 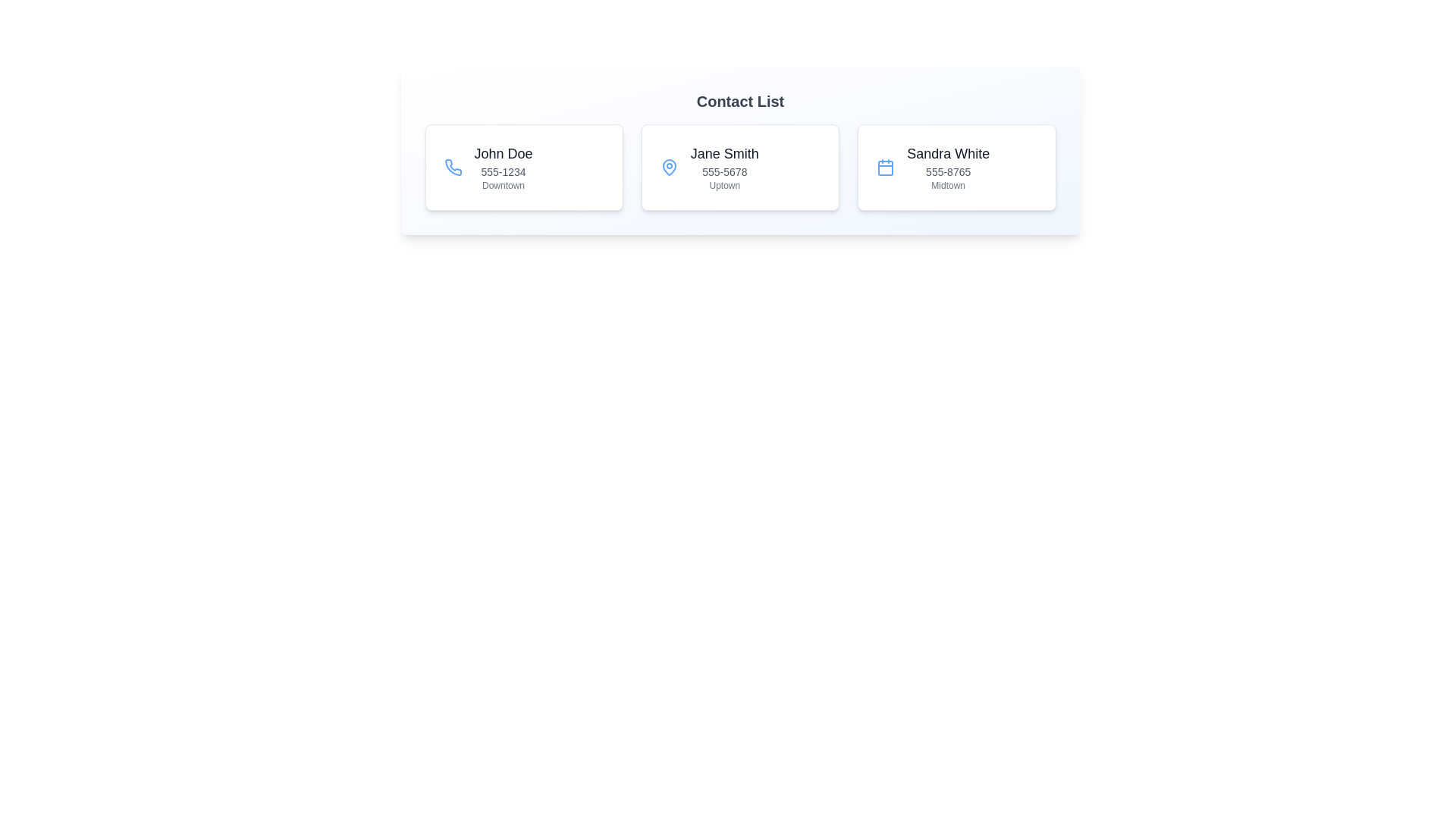 I want to click on the contact card for Jane Smith, so click(x=739, y=167).